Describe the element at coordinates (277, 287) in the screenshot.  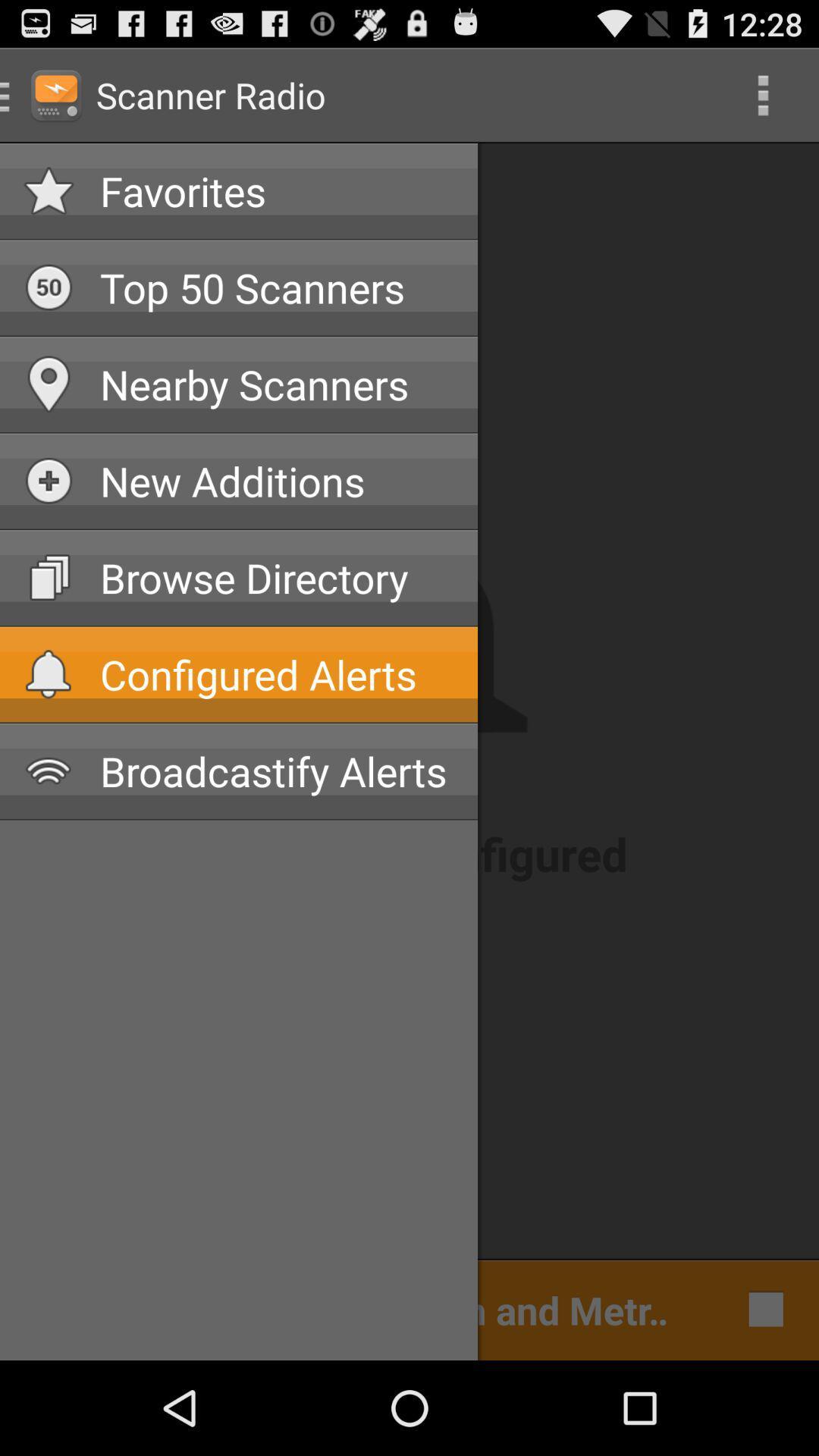
I see `top 50 scanners item` at that location.